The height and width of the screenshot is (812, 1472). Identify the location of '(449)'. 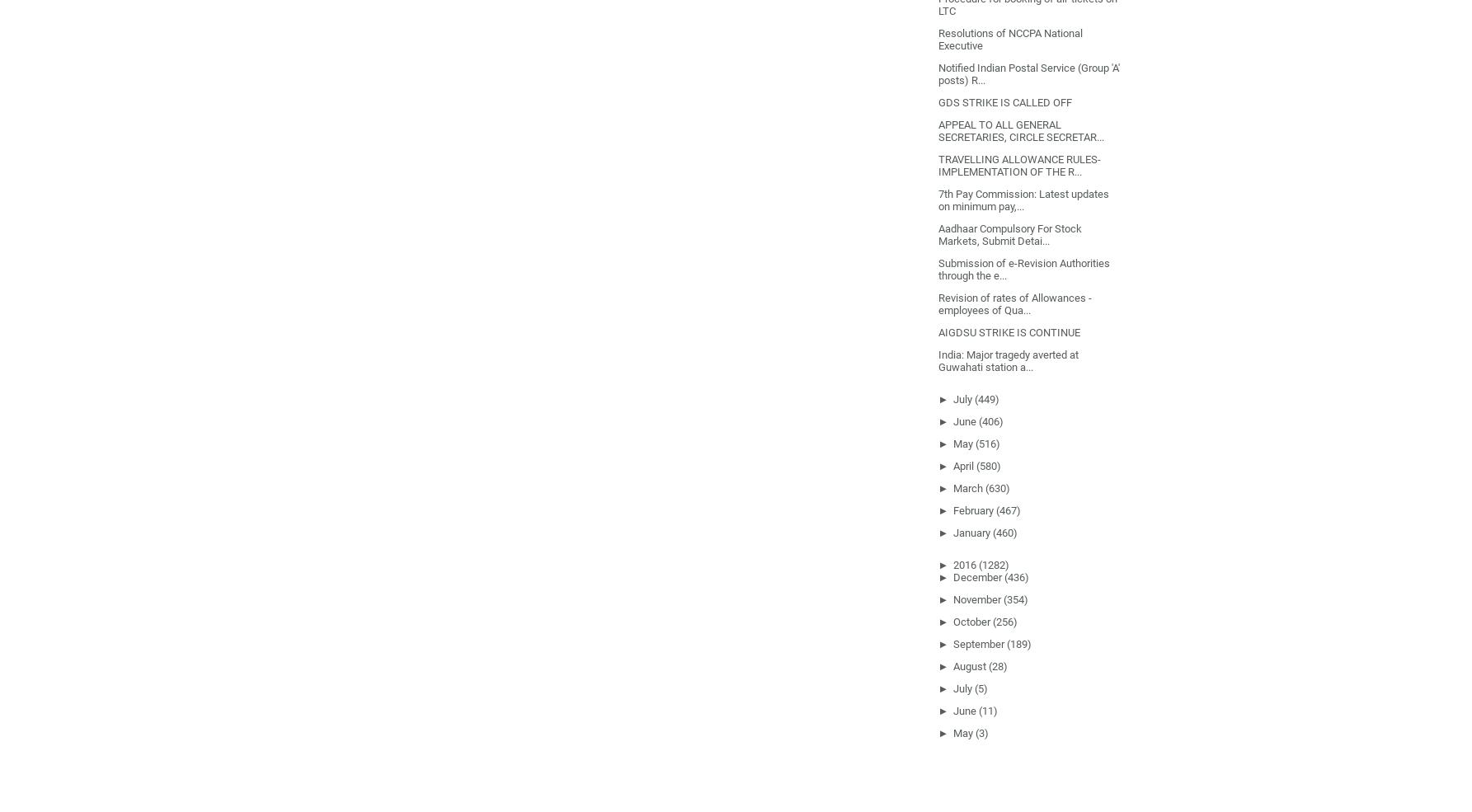
(986, 397).